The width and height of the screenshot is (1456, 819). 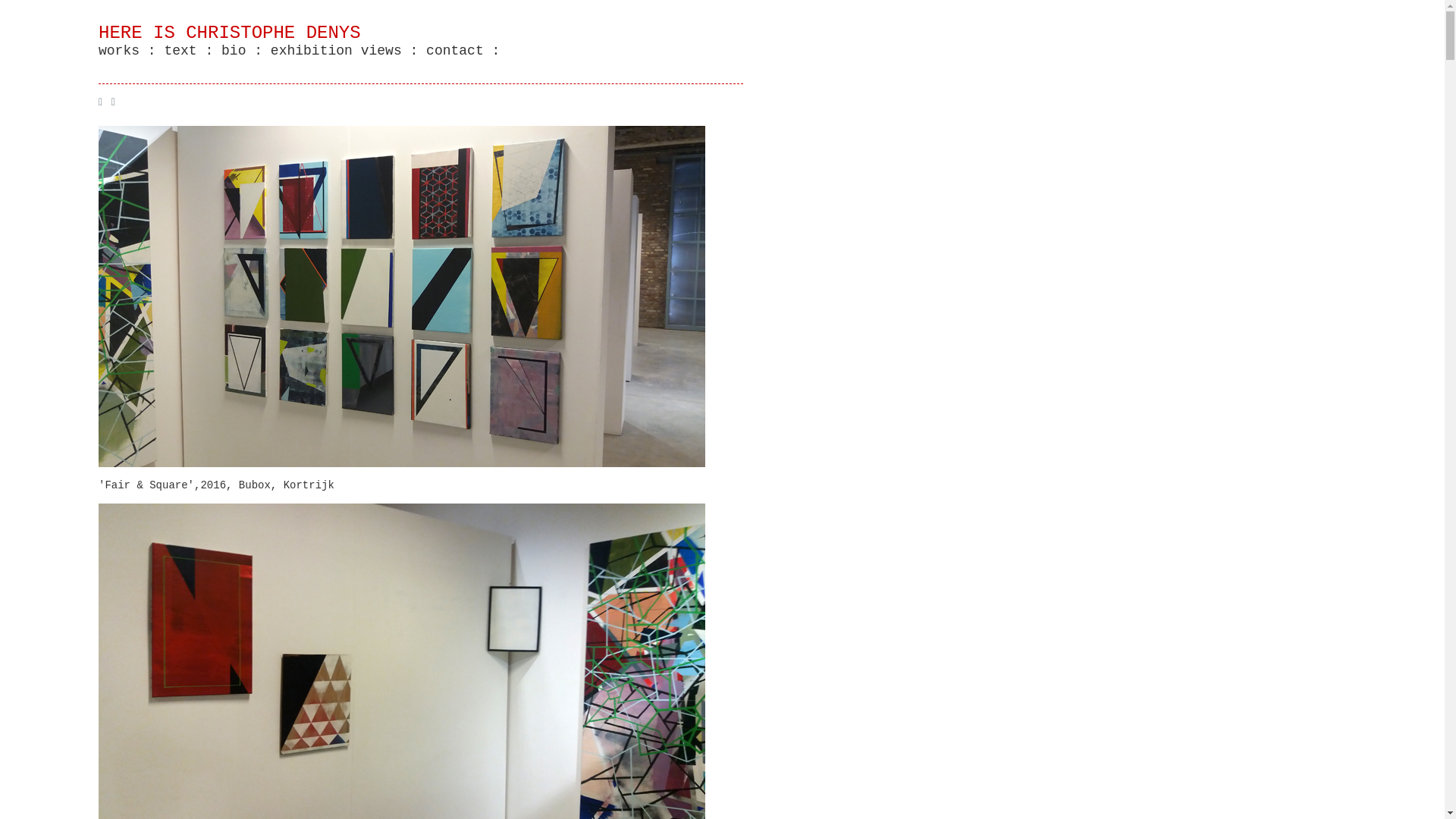 I want to click on 'HERE IS CHRISTOPHE DENYS', so click(x=97, y=33).